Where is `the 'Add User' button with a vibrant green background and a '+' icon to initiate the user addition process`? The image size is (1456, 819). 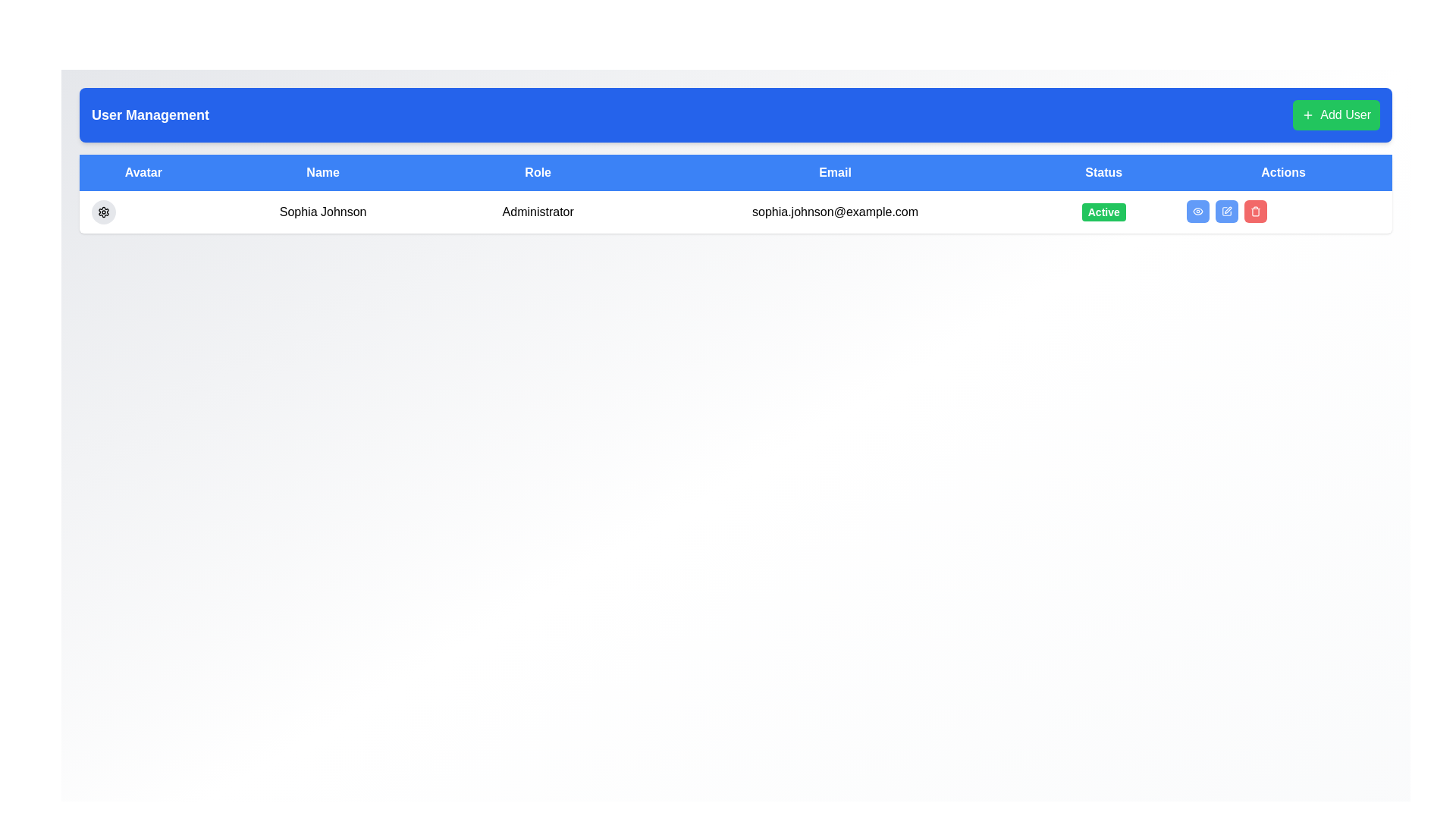 the 'Add User' button with a vibrant green background and a '+' icon to initiate the user addition process is located at coordinates (1336, 114).